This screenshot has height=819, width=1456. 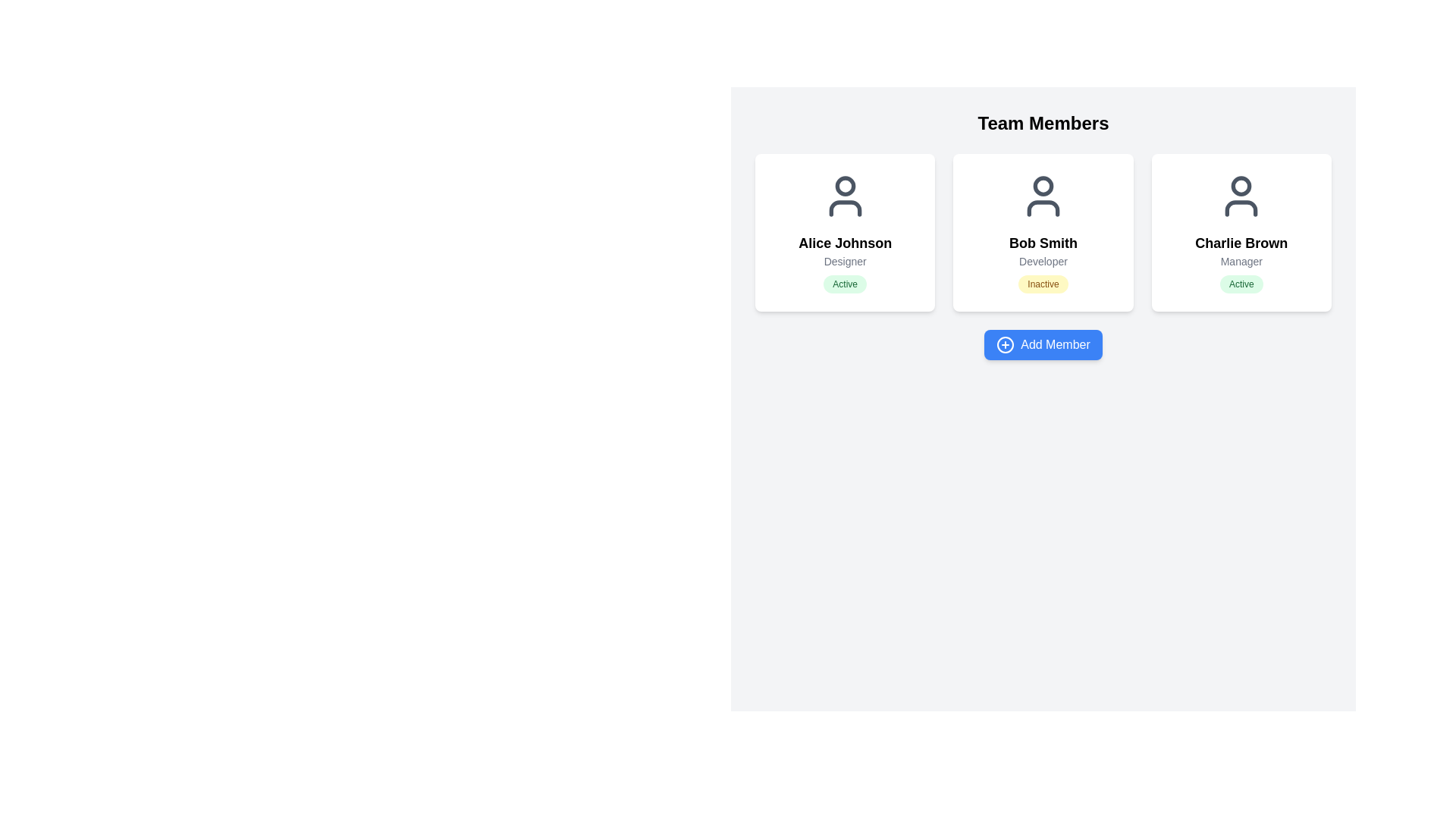 I want to click on the text label displaying the name of the person in the third card from the left, positioned above the text 'Manager', so click(x=1241, y=242).